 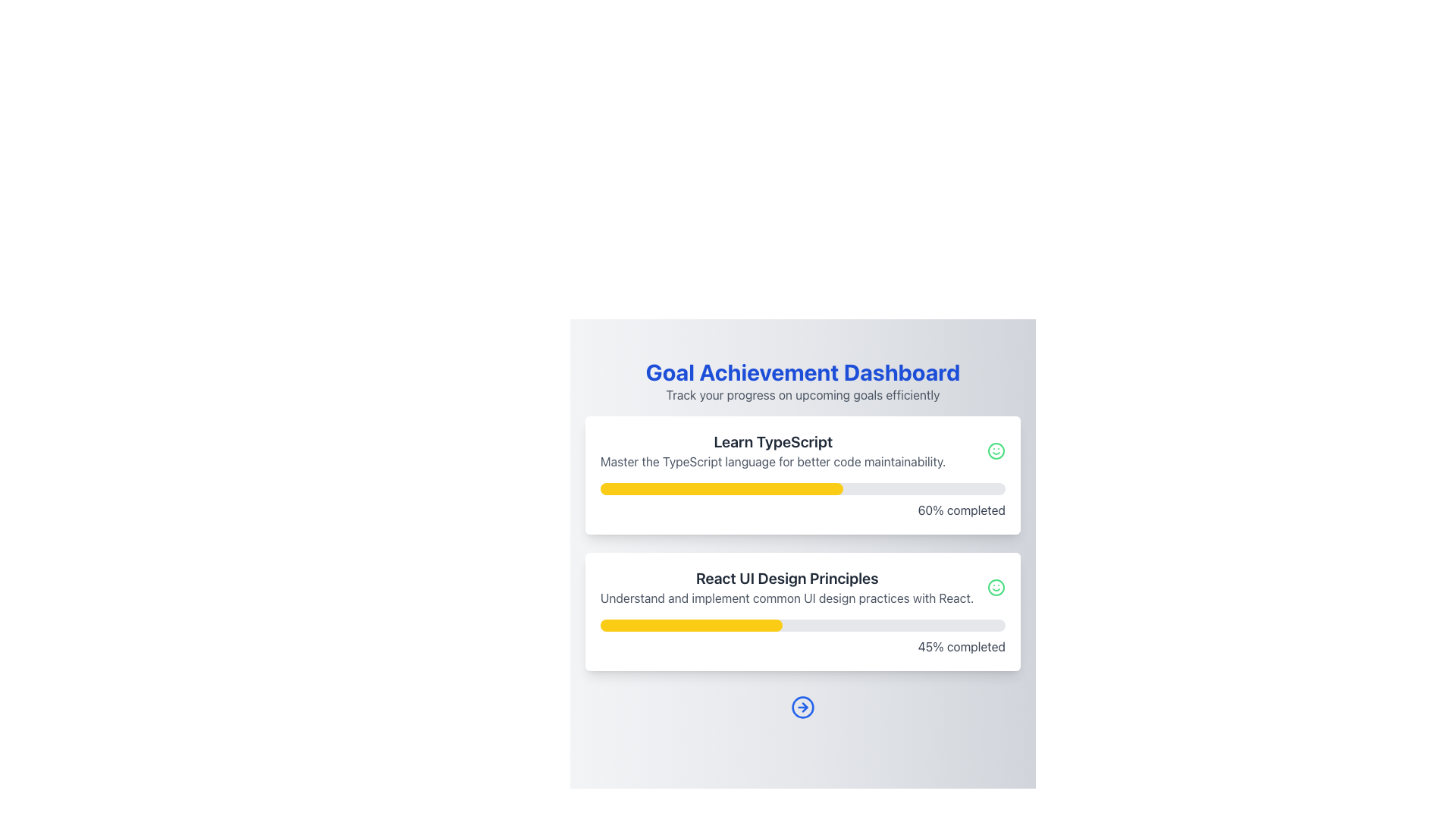 I want to click on text 'Master the TypeScript language for better code maintainability.' located in the card layout beneath 'Learn TypeScript', so click(x=773, y=461).